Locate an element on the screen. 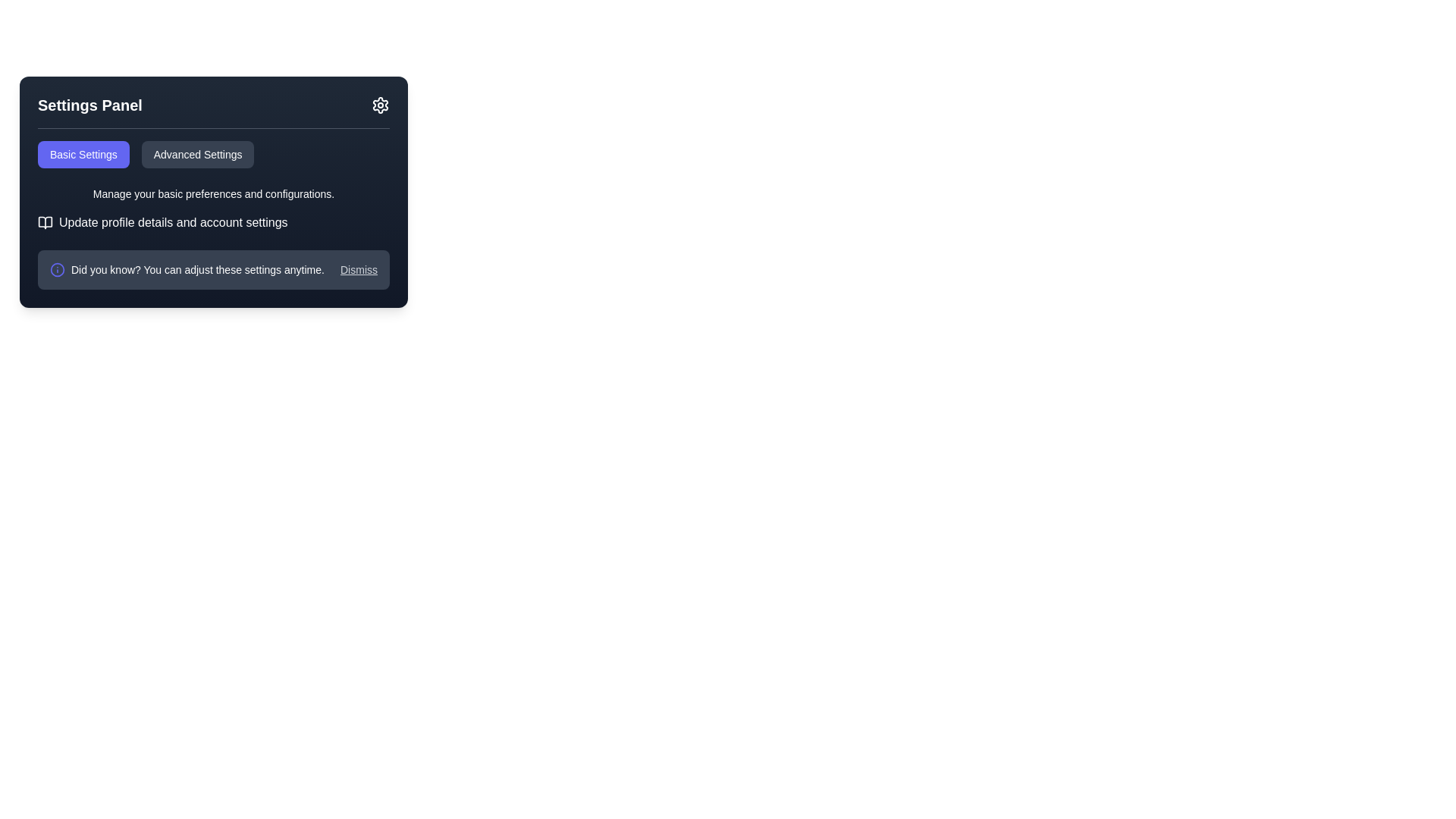  the informational text block that contains the message 'Did you know? You can adjust these settings anytime.' and an information icon, positioned at the bottom of the settings panel is located at coordinates (186, 268).